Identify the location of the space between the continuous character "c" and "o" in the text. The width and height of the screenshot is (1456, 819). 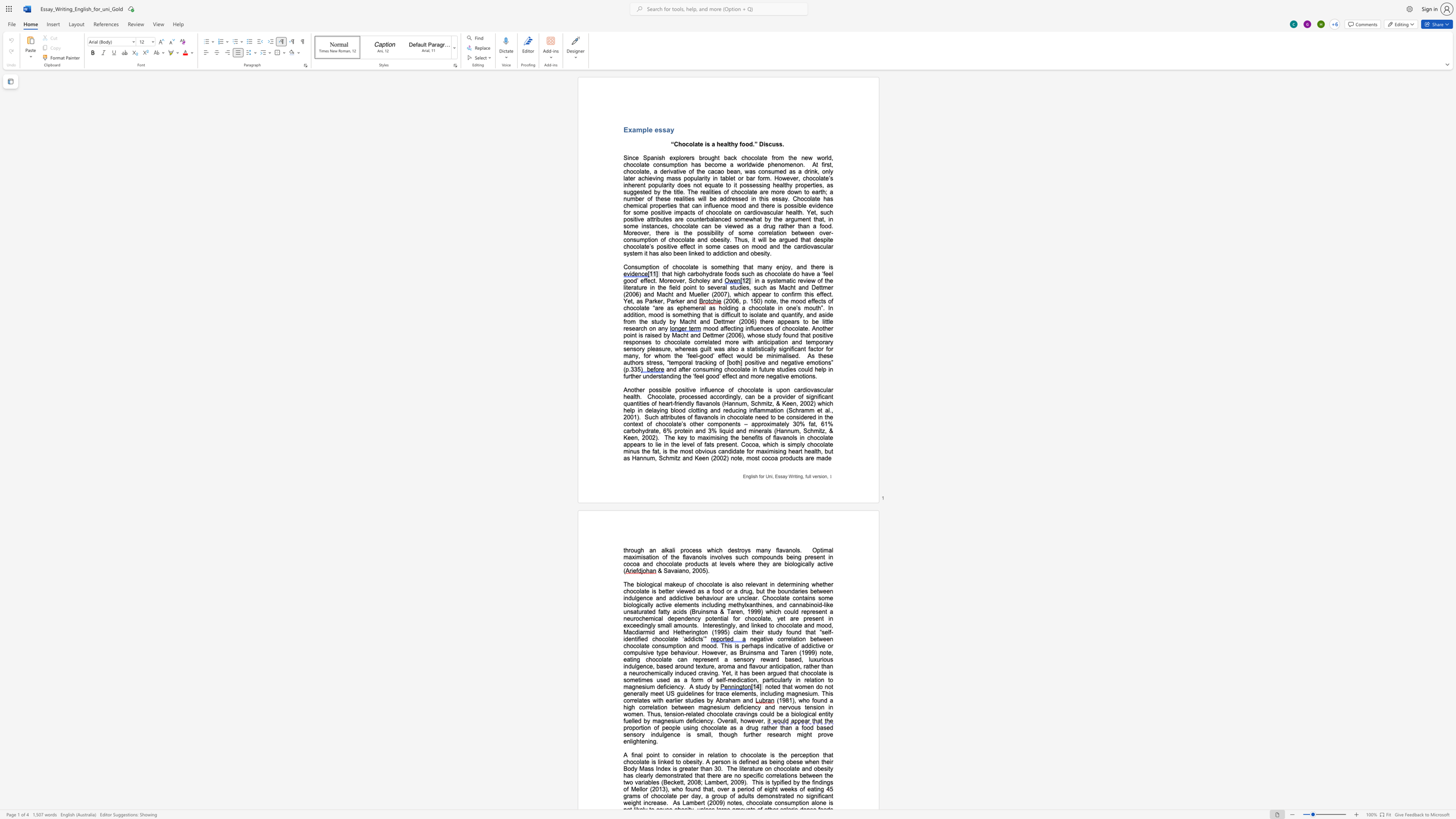
(784, 294).